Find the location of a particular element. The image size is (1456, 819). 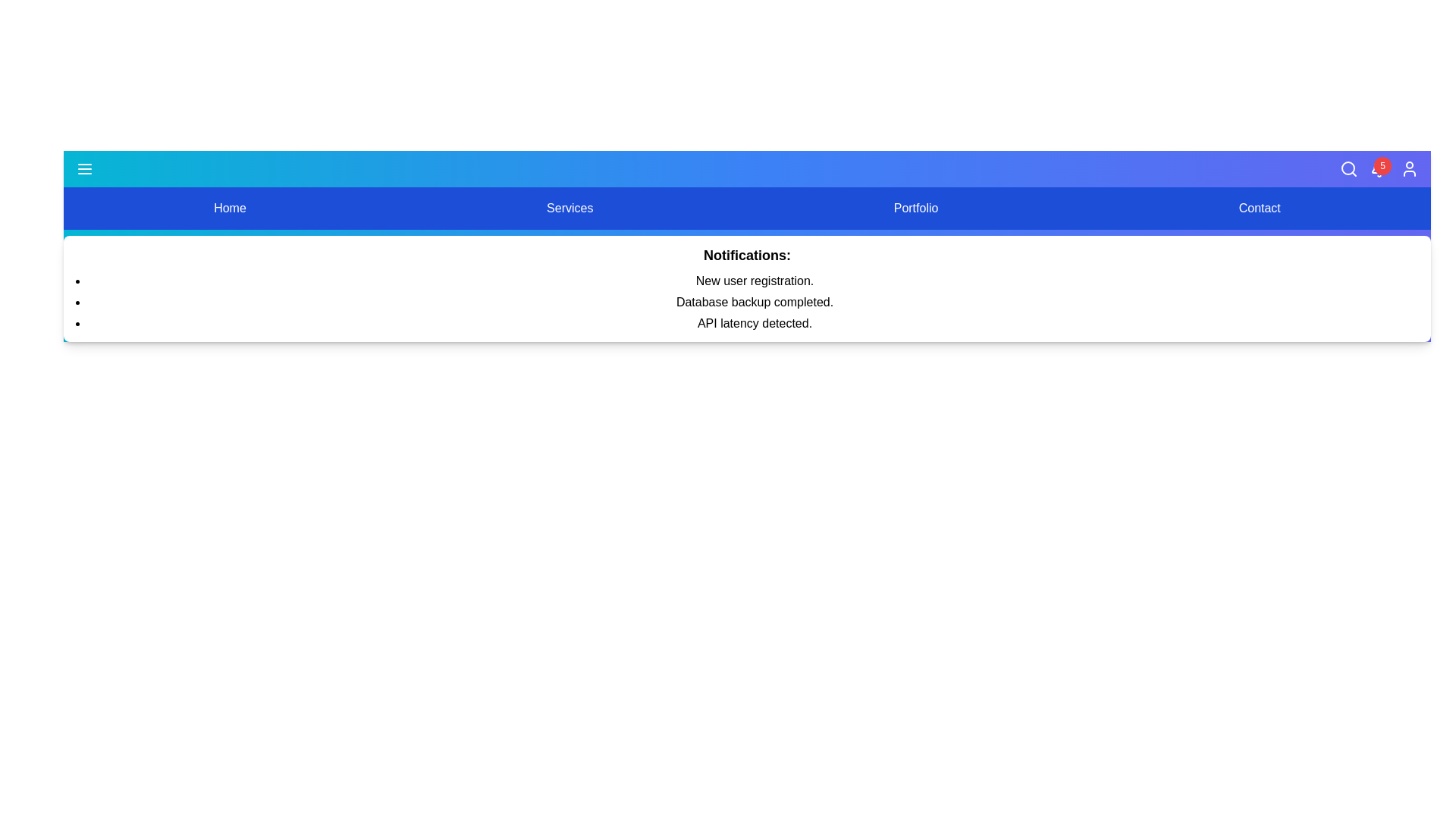

the menu option Contact by clicking on it is located at coordinates (1259, 208).